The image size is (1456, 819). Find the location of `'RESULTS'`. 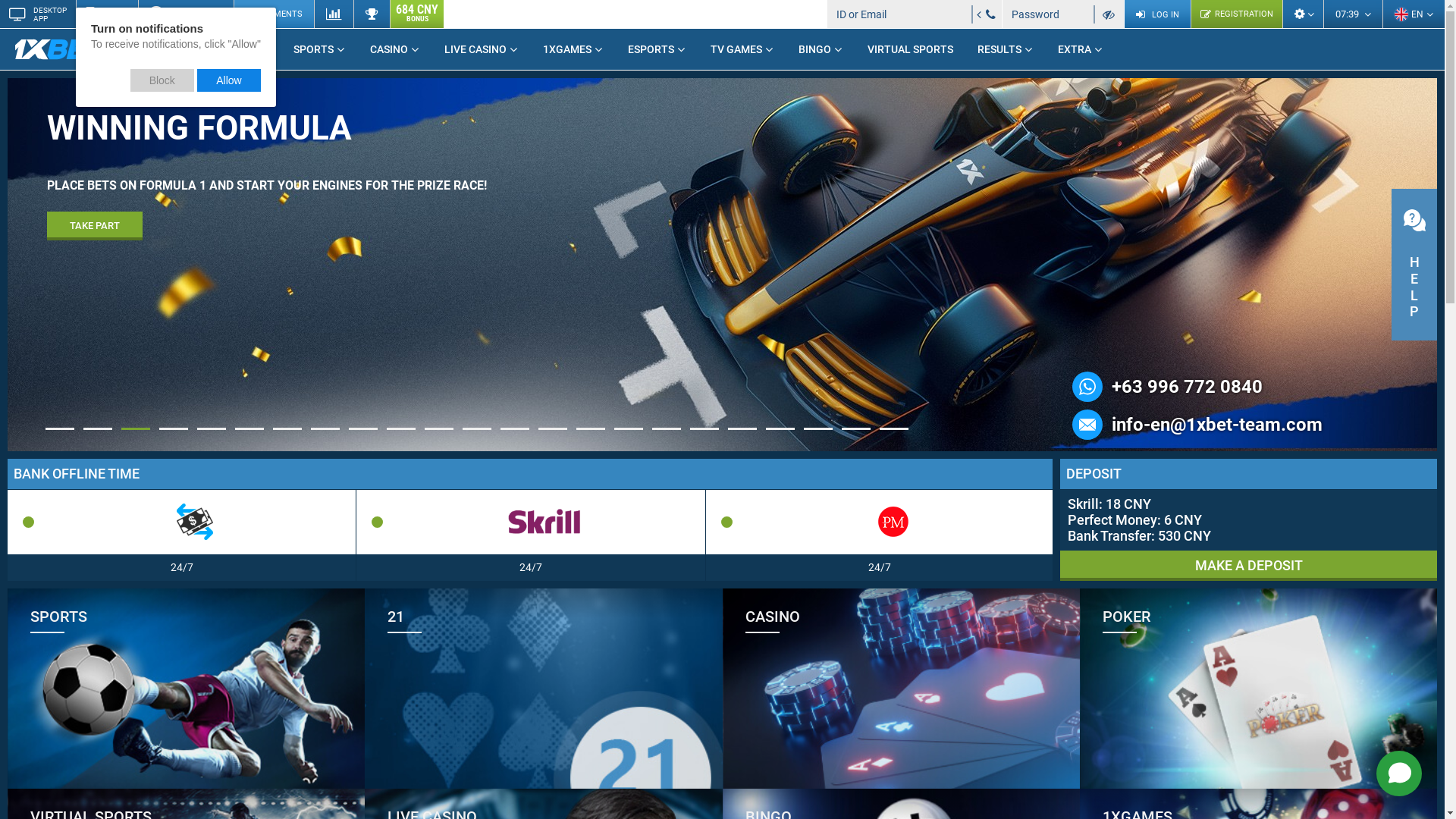

'RESULTS' is located at coordinates (1005, 49).